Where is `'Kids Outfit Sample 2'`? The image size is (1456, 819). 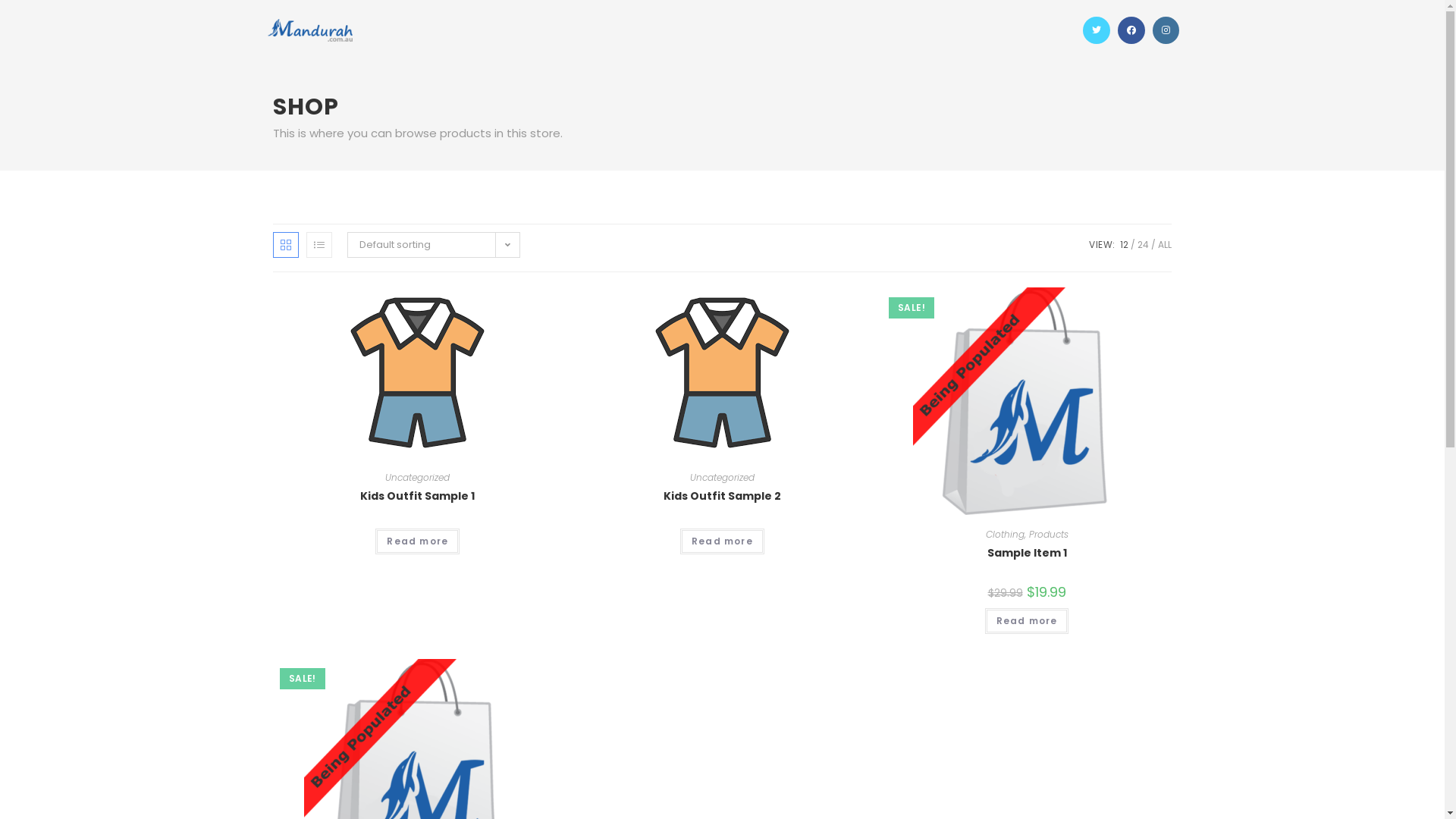 'Kids Outfit Sample 2' is located at coordinates (721, 496).